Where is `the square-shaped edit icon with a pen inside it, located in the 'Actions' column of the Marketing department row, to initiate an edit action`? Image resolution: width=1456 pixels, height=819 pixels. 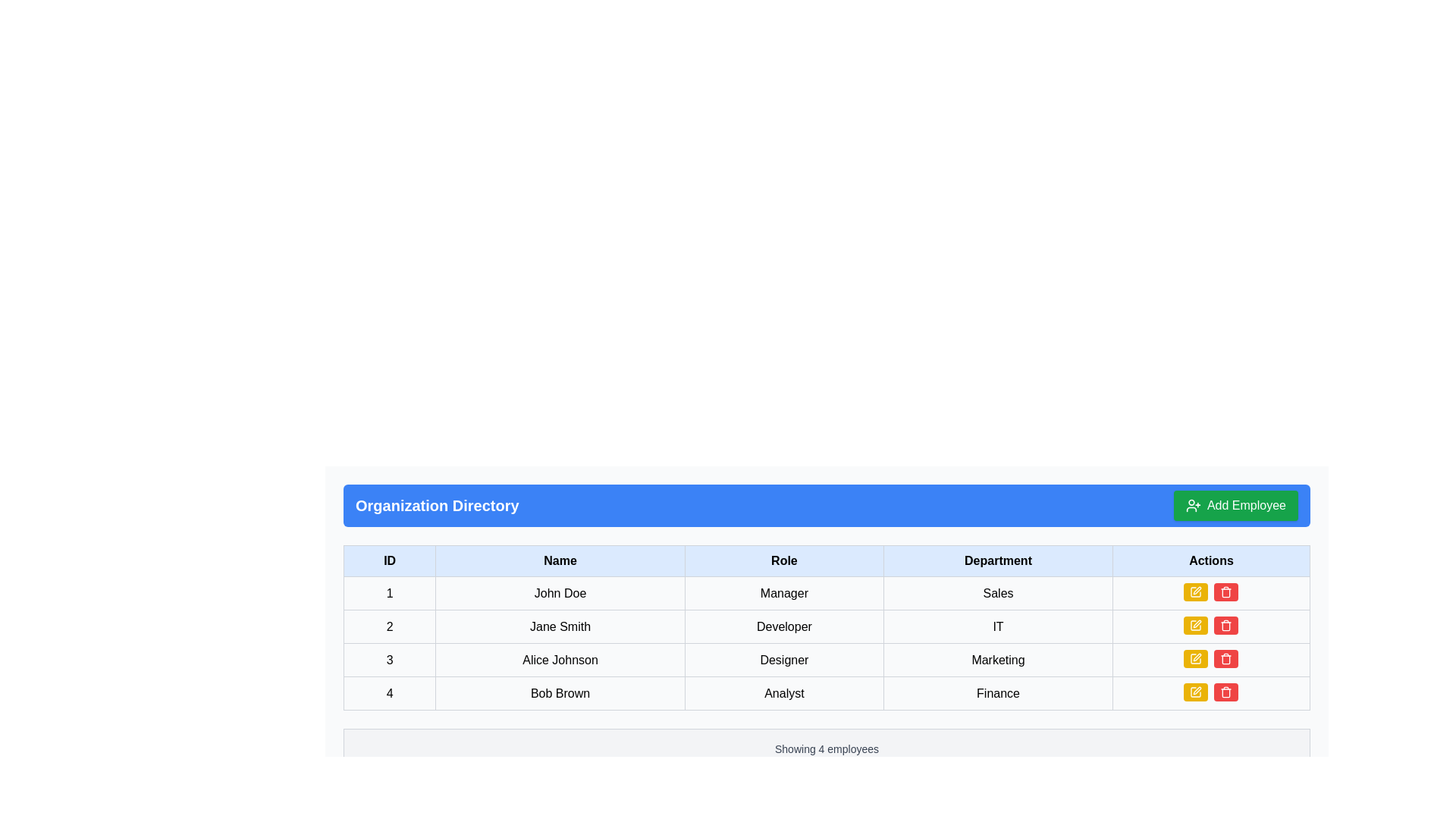
the square-shaped edit icon with a pen inside it, located in the 'Actions' column of the Marketing department row, to initiate an edit action is located at coordinates (1195, 657).